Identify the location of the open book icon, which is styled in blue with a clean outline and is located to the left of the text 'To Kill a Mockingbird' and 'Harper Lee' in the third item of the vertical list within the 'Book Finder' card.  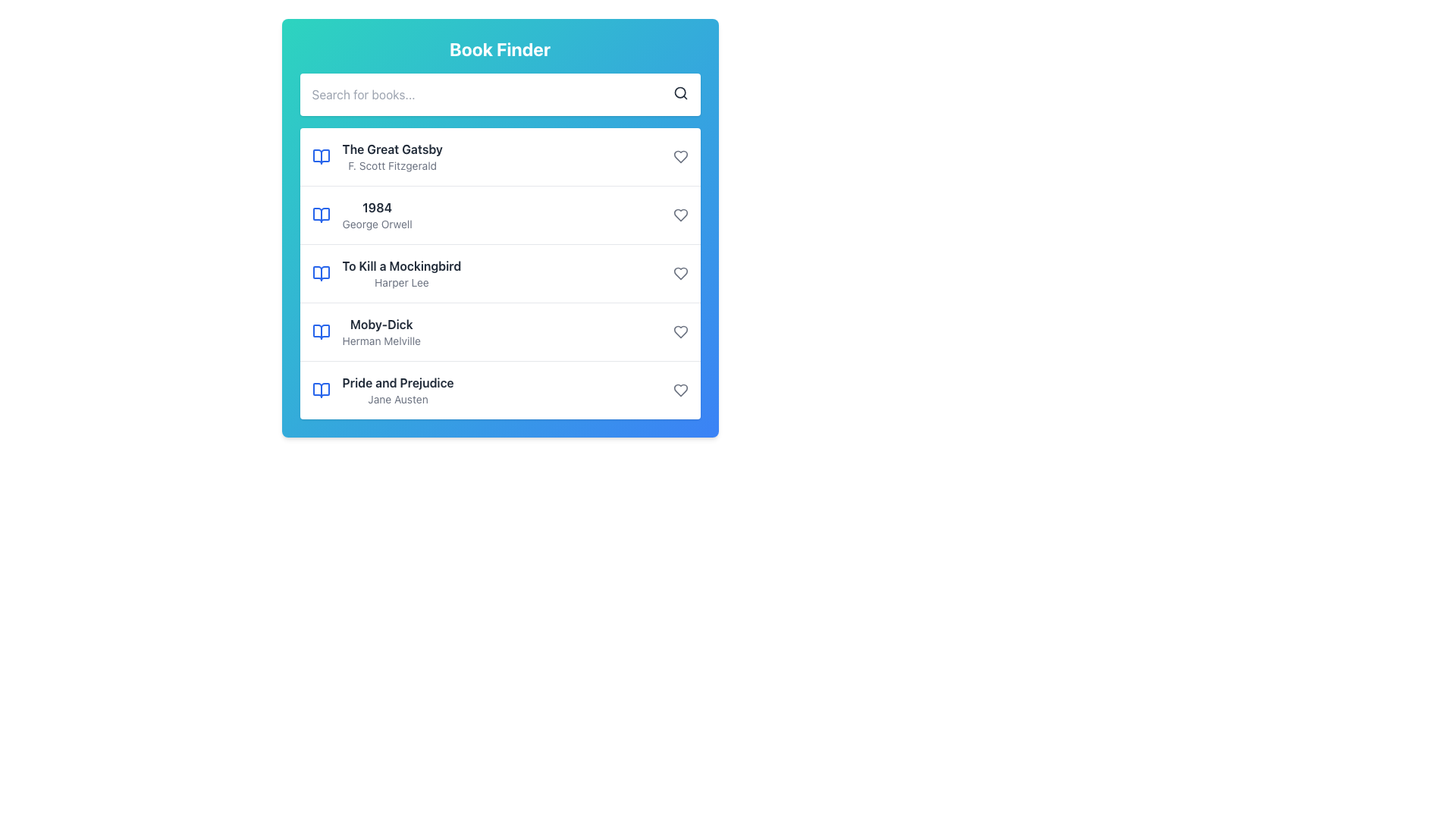
(320, 274).